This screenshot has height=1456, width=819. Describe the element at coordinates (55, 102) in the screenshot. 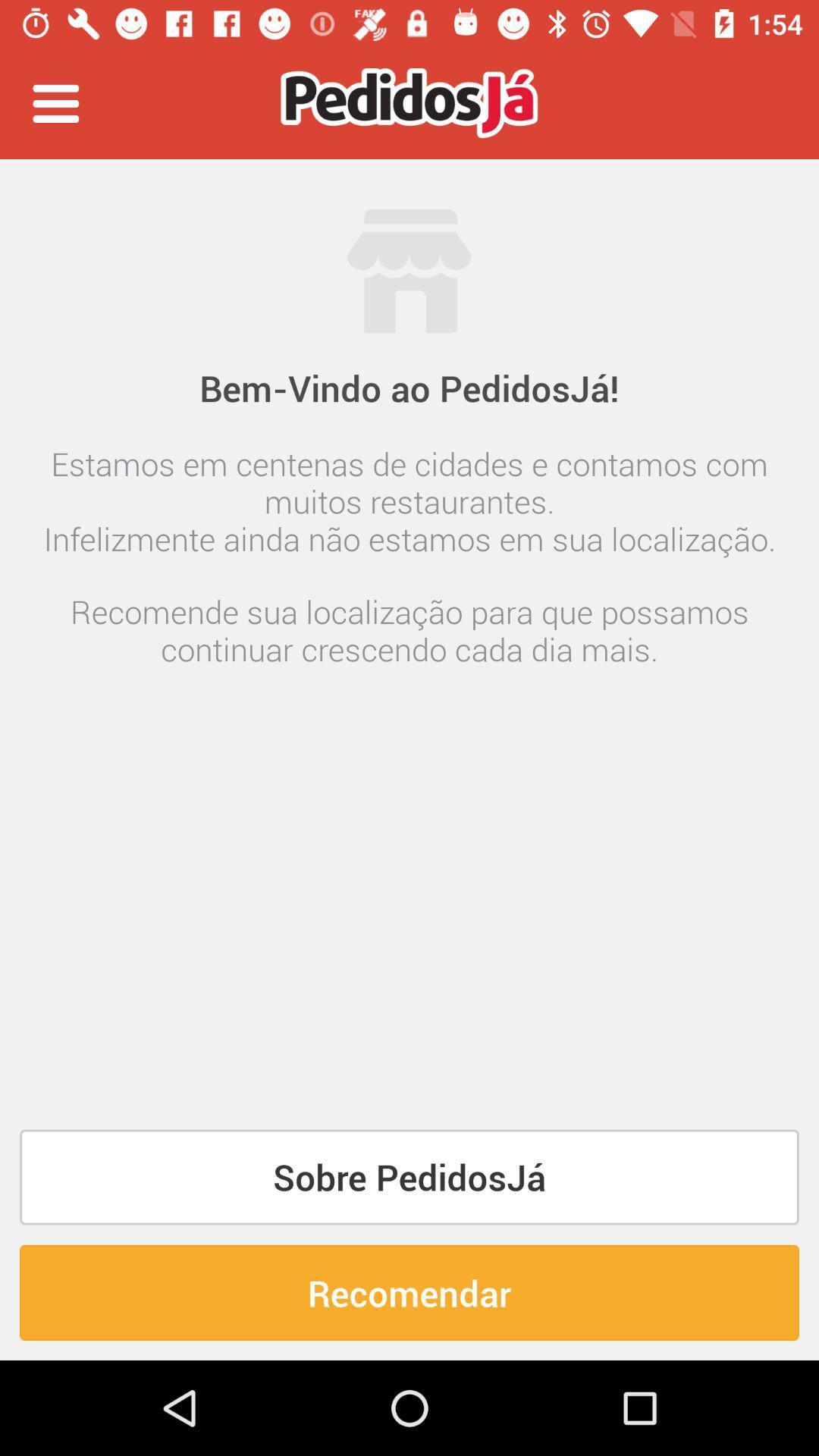

I see `menu options` at that location.